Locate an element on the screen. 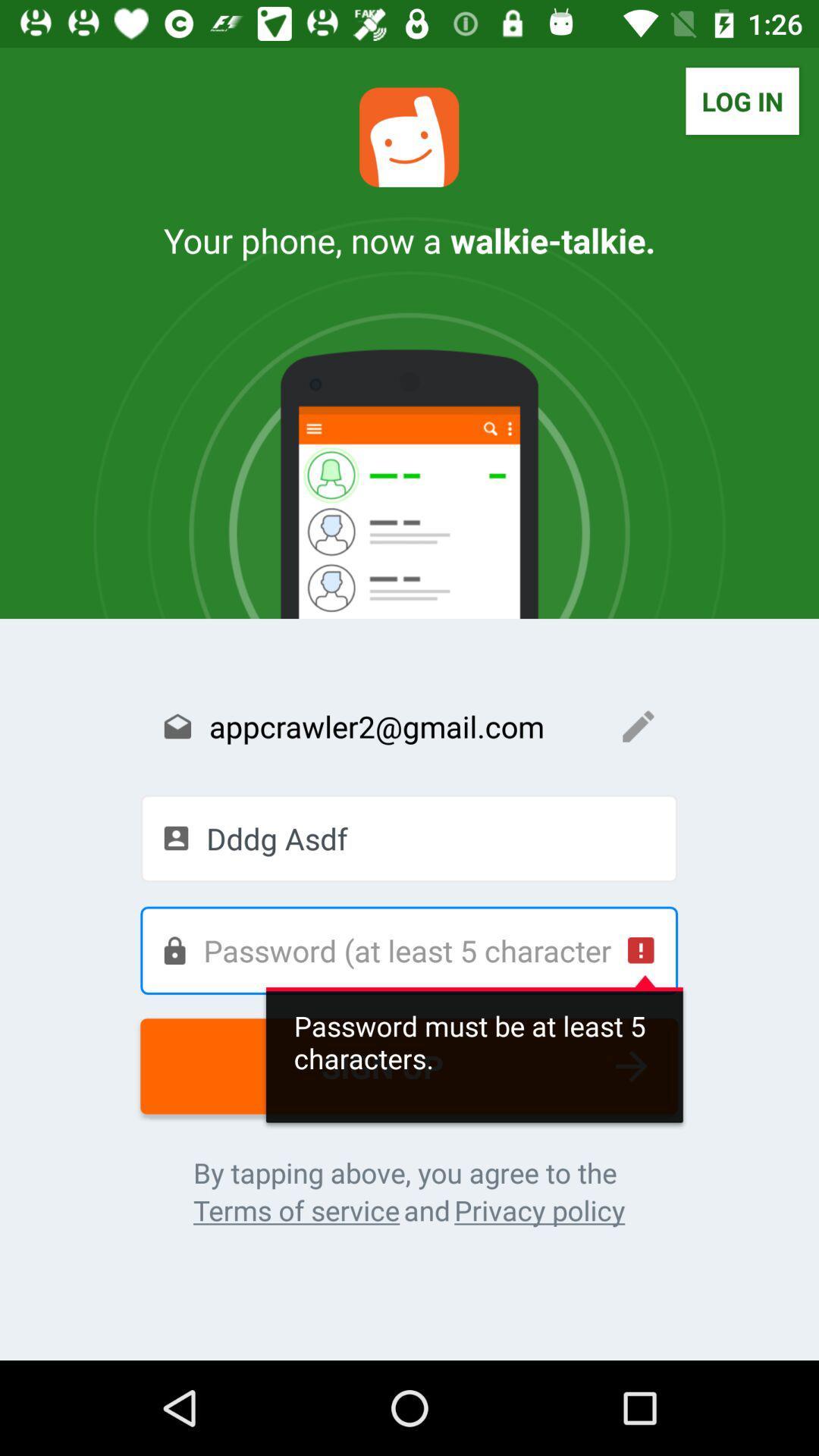 This screenshot has height=1456, width=819. the terms of service is located at coordinates (297, 1210).